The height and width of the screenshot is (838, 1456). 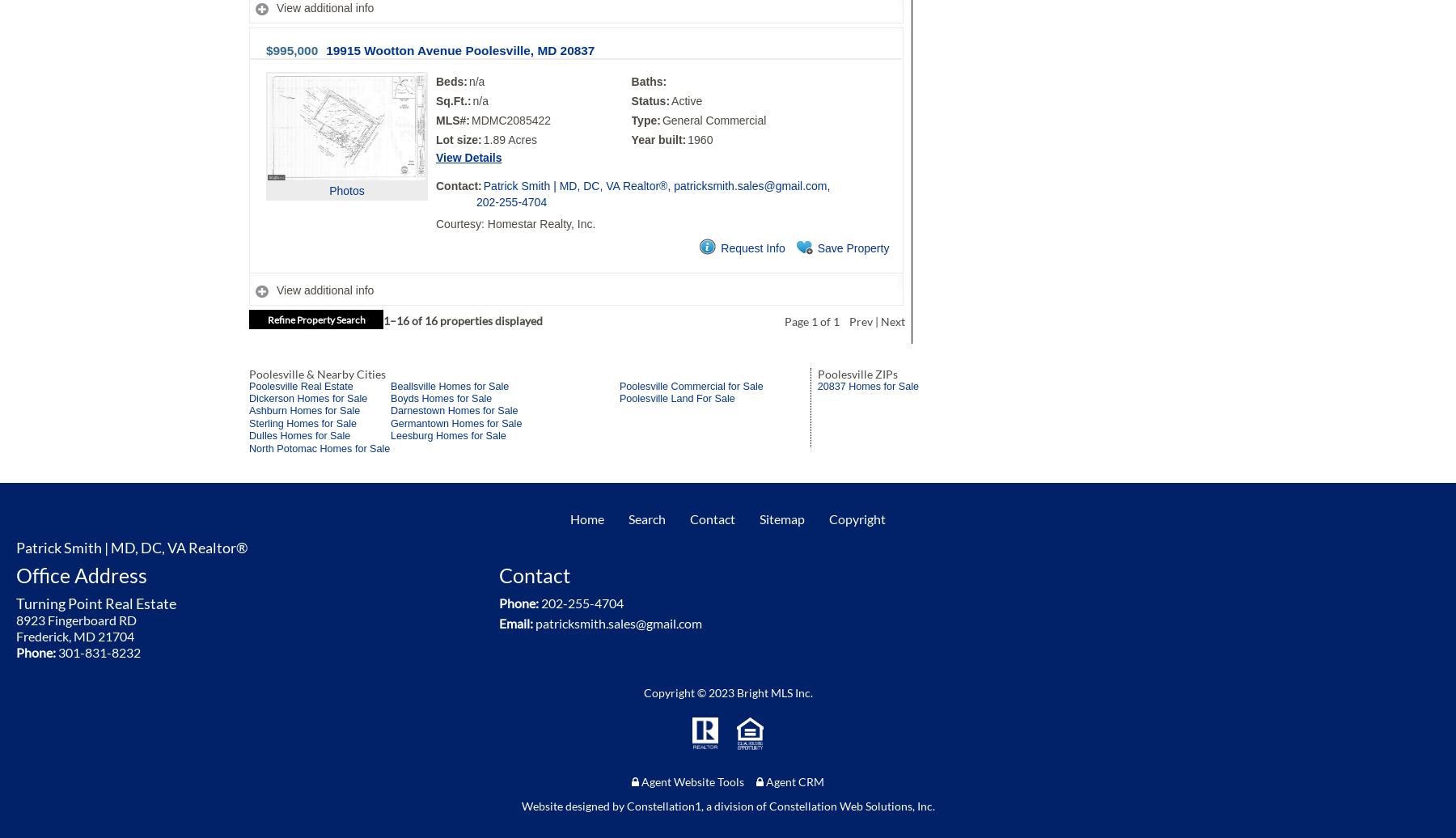 I want to click on '1960', so click(x=700, y=138).